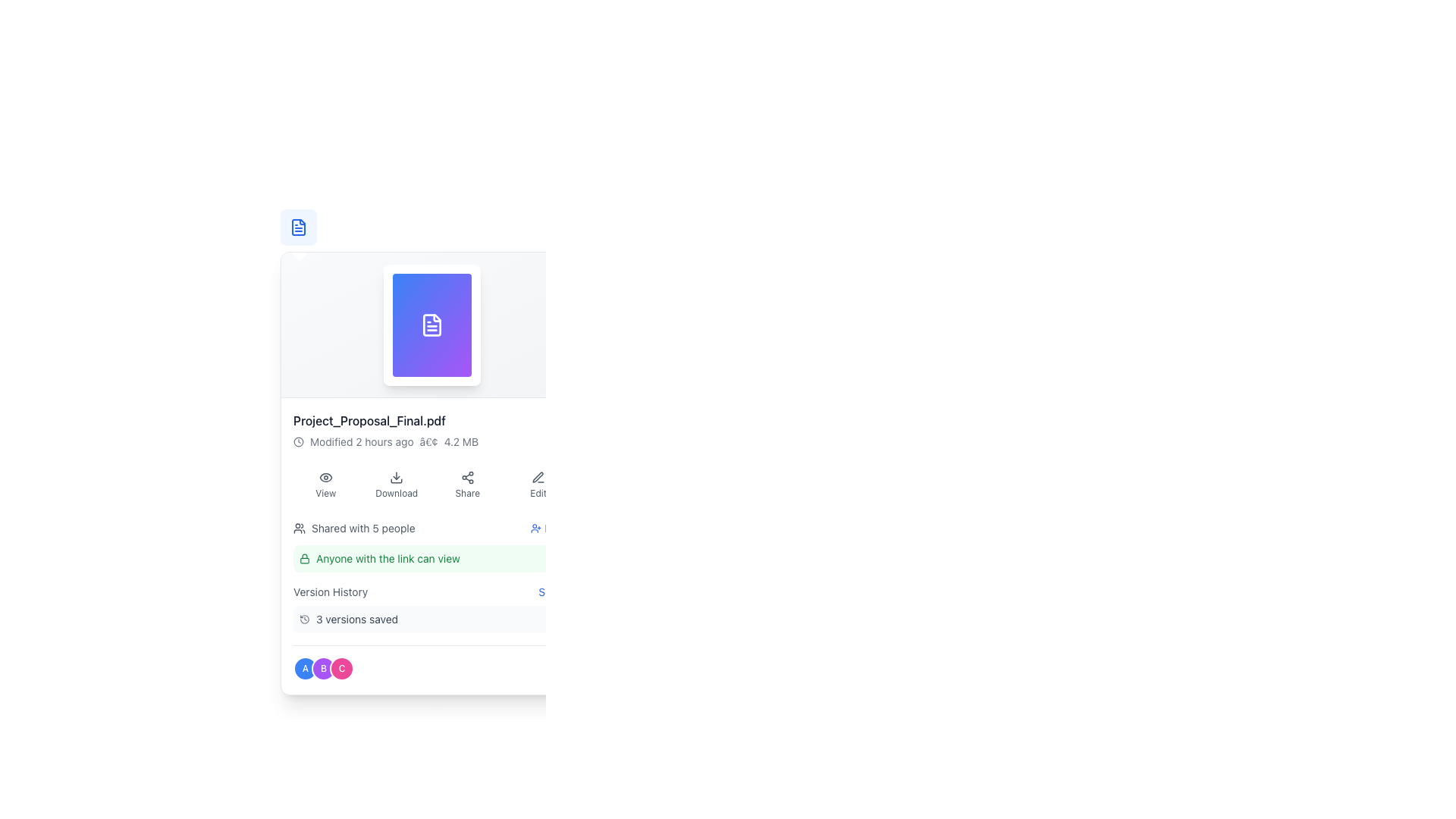 This screenshot has height=819, width=1456. Describe the element at coordinates (304, 558) in the screenshot. I see `the lock icon with a green outline located to the left of the text 'Anyone with the link can view'` at that location.